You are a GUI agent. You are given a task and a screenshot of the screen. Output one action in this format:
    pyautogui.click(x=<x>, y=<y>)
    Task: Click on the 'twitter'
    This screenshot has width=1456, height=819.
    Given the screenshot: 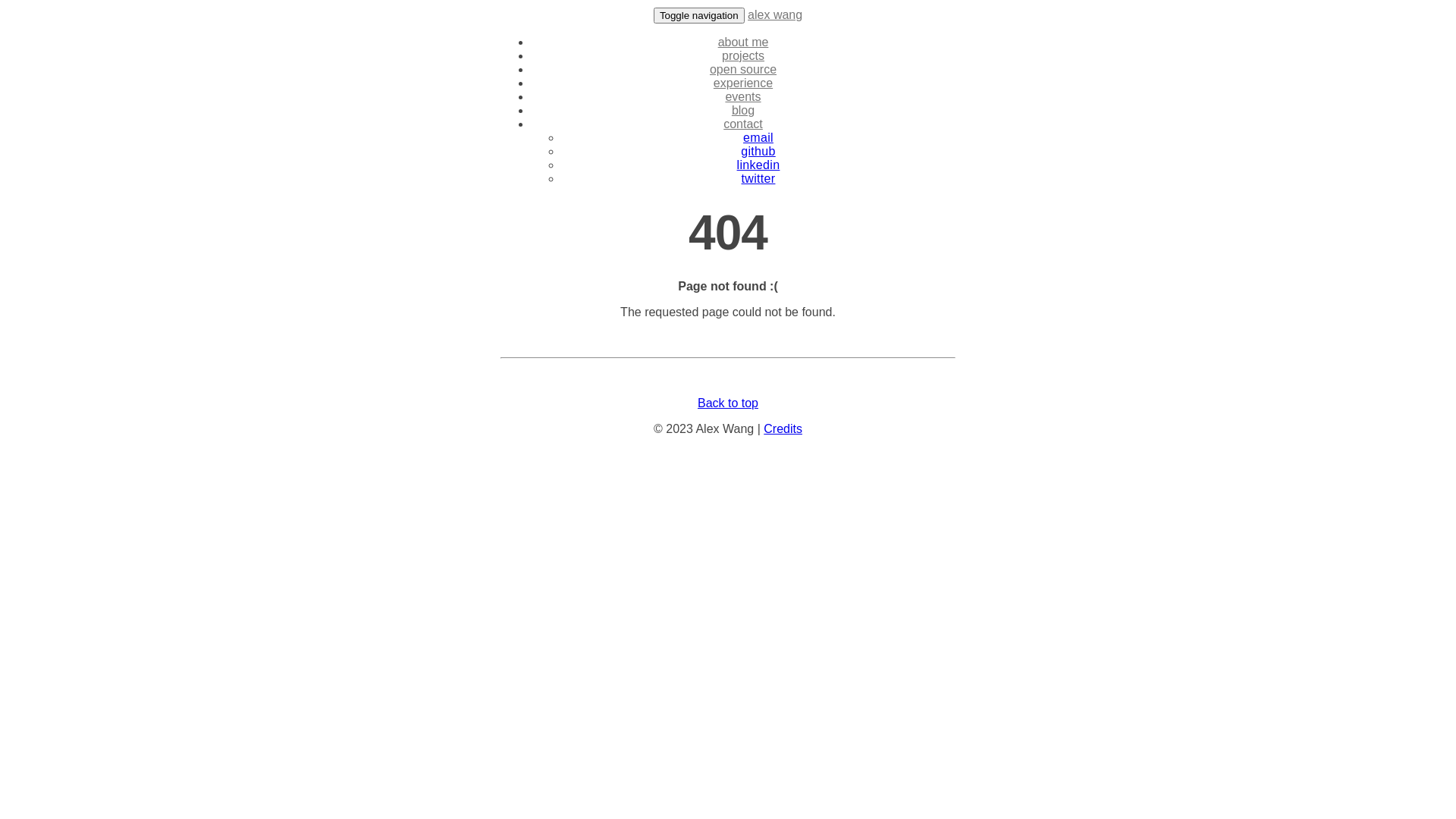 What is the action you would take?
    pyautogui.click(x=758, y=177)
    